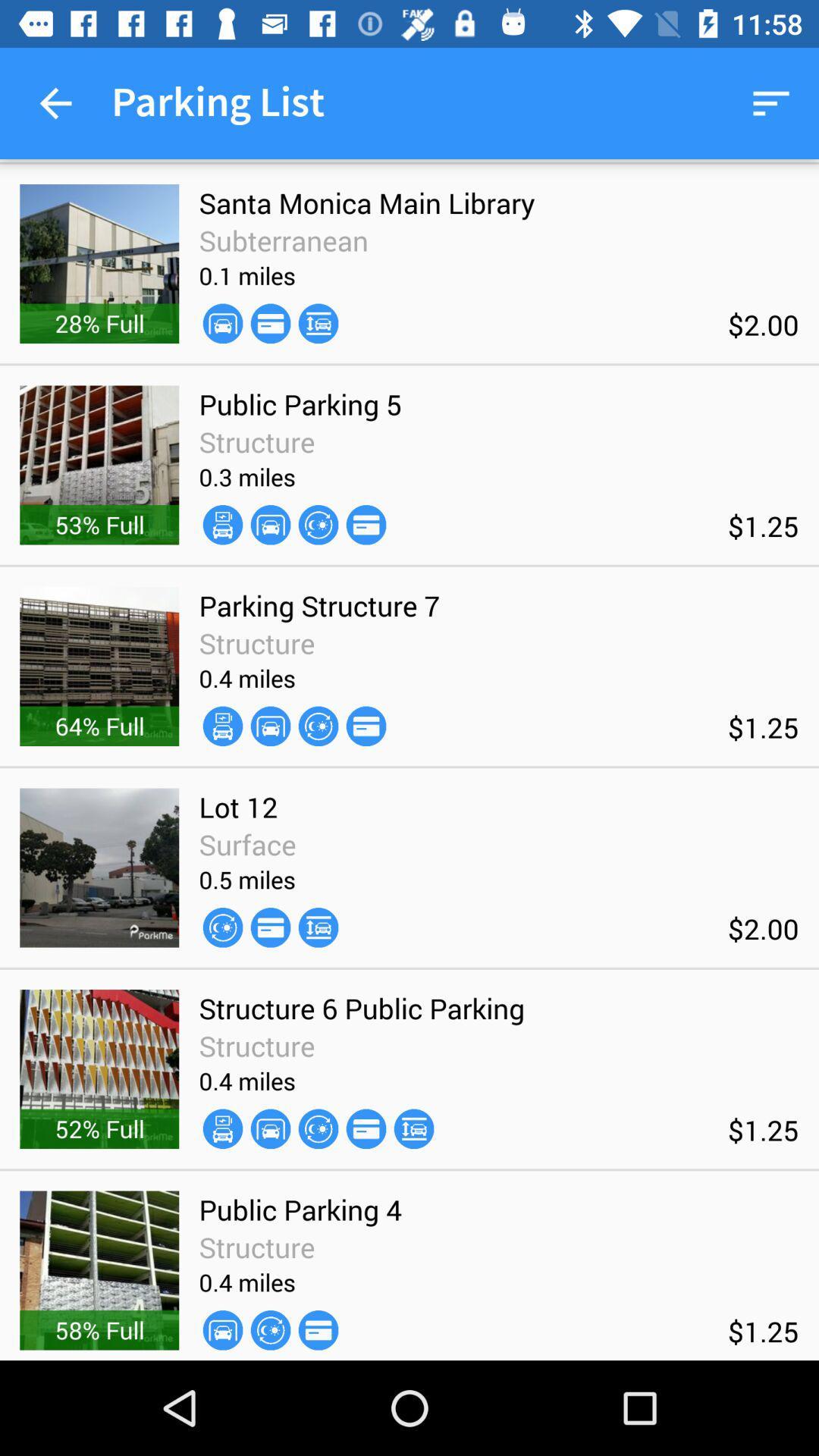 The image size is (819, 1456). I want to click on the 53% full icon, so click(99, 524).